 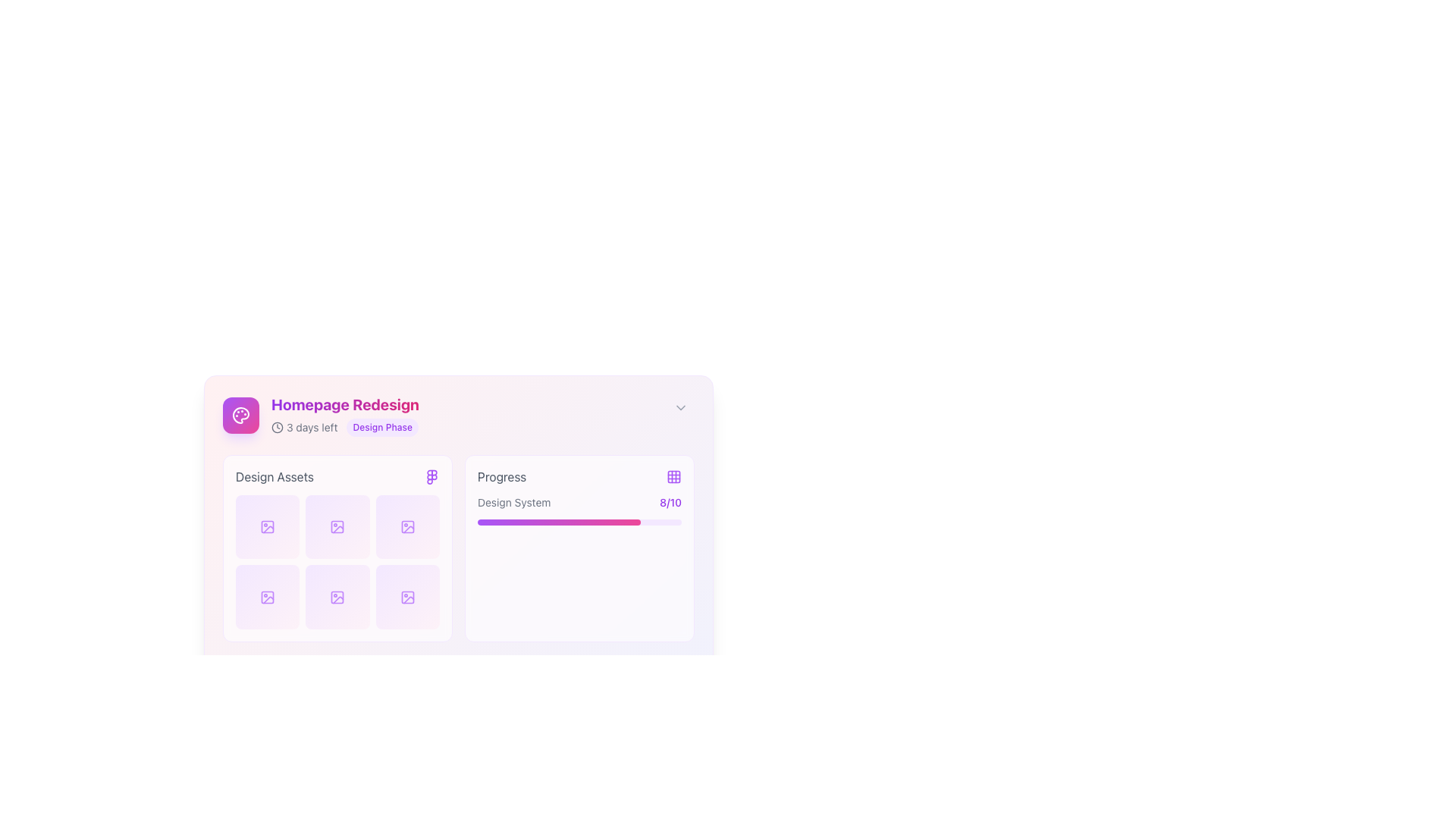 What do you see at coordinates (337, 526) in the screenshot?
I see `the Image placeholder tile, which has a gradient background from purple to pink and an image icon at its center` at bounding box center [337, 526].